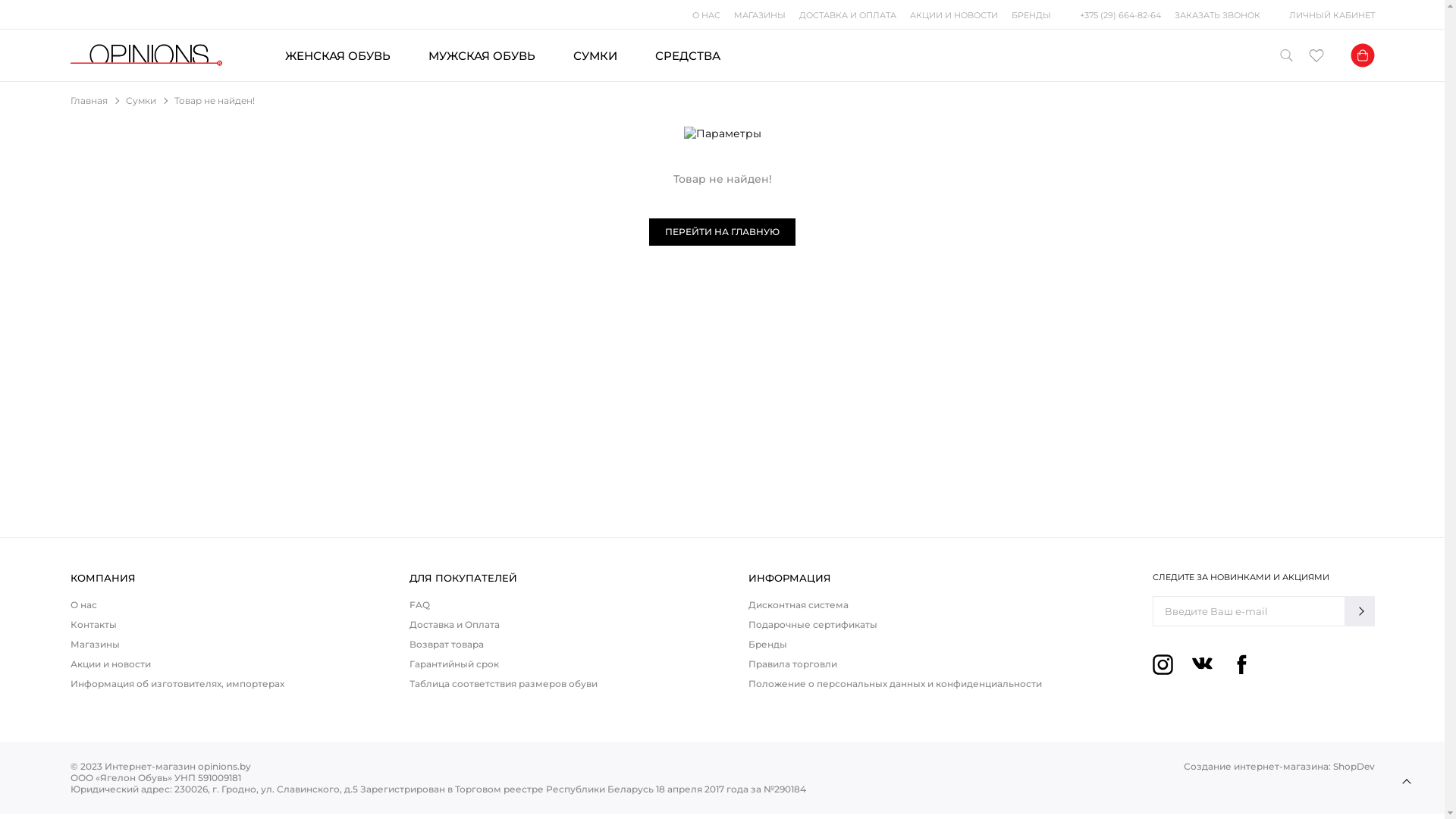 This screenshot has height=819, width=1456. What do you see at coordinates (146, 55) in the screenshot?
I see `'opinions.by'` at bounding box center [146, 55].